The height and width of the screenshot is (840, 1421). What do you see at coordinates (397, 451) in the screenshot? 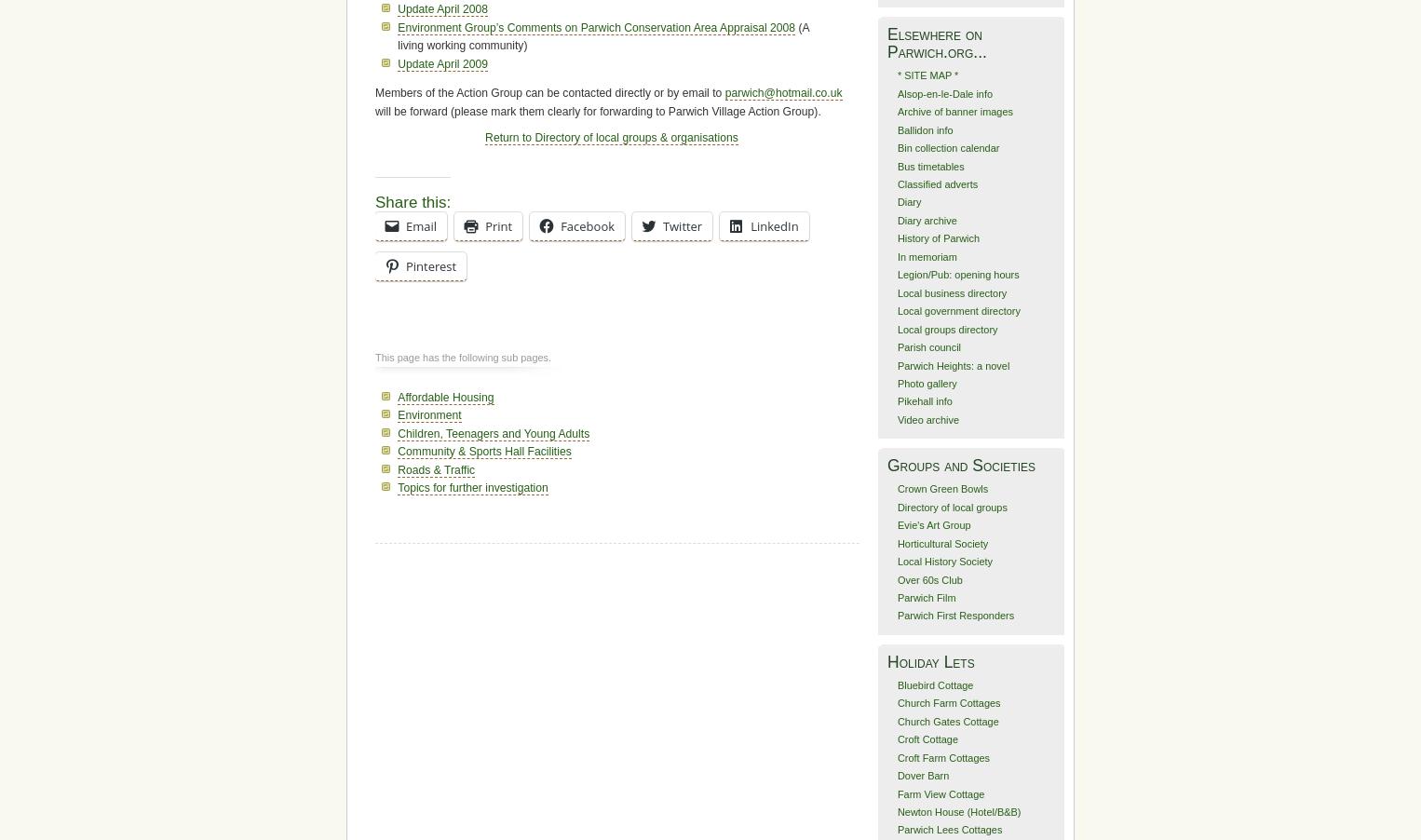
I see `'Community & Sports Hall Facilities'` at bounding box center [397, 451].